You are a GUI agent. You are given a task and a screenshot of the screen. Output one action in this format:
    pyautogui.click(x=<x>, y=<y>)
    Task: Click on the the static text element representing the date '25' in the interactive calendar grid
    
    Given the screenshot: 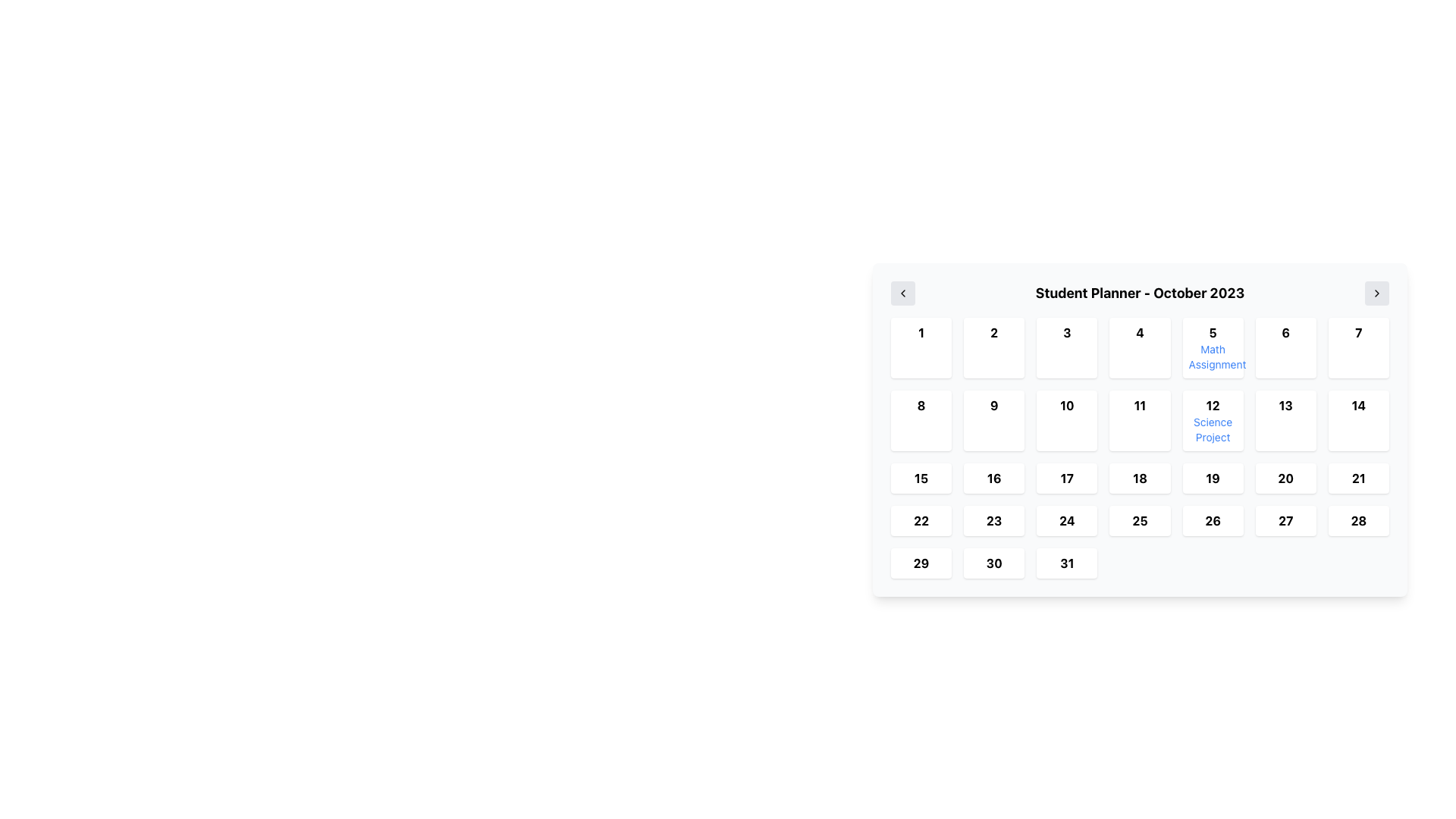 What is the action you would take?
    pyautogui.click(x=1140, y=519)
    